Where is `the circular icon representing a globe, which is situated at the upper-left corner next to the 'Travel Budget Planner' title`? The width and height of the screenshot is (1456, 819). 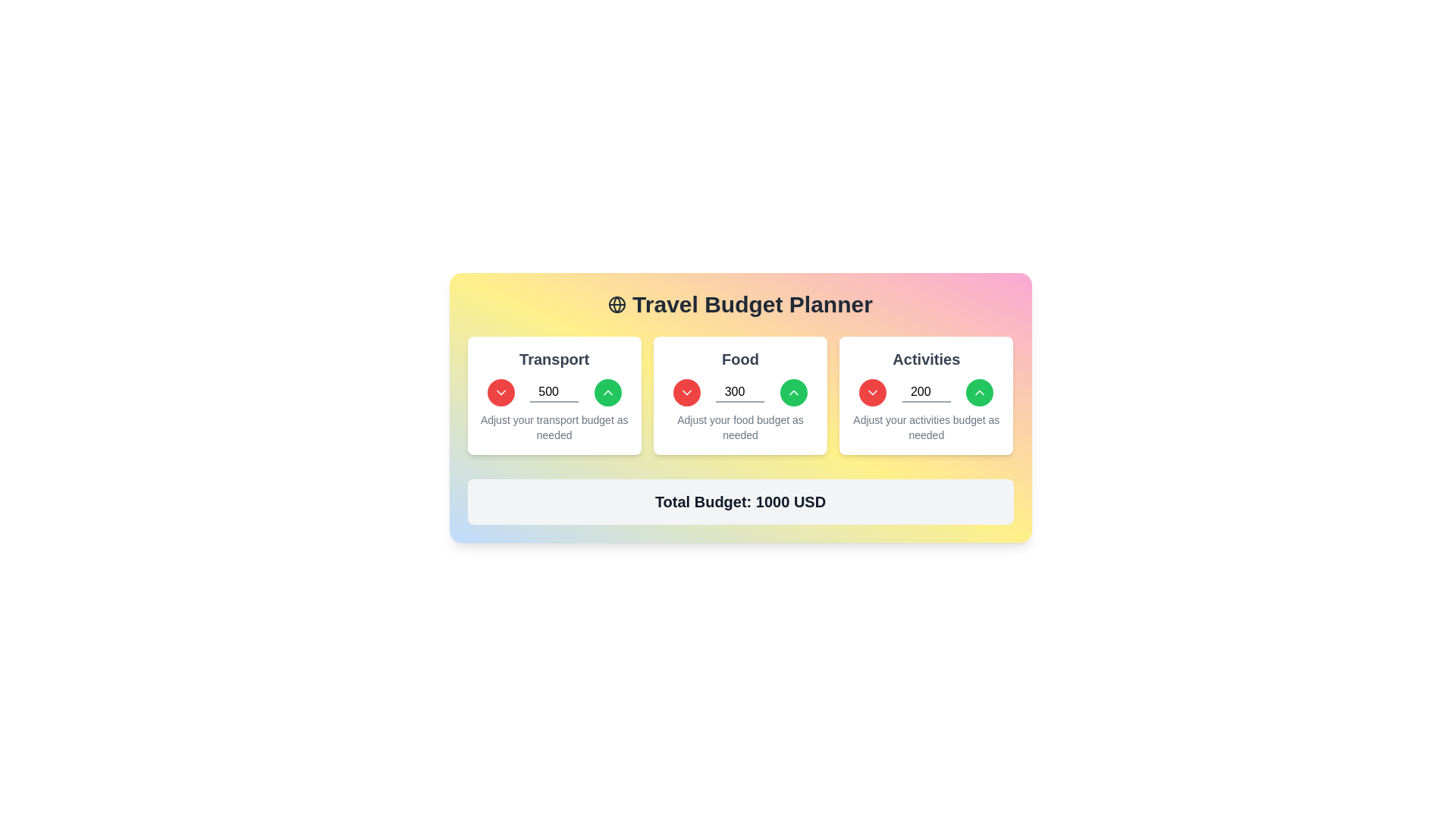 the circular icon representing a globe, which is situated at the upper-left corner next to the 'Travel Budget Planner' title is located at coordinates (617, 304).